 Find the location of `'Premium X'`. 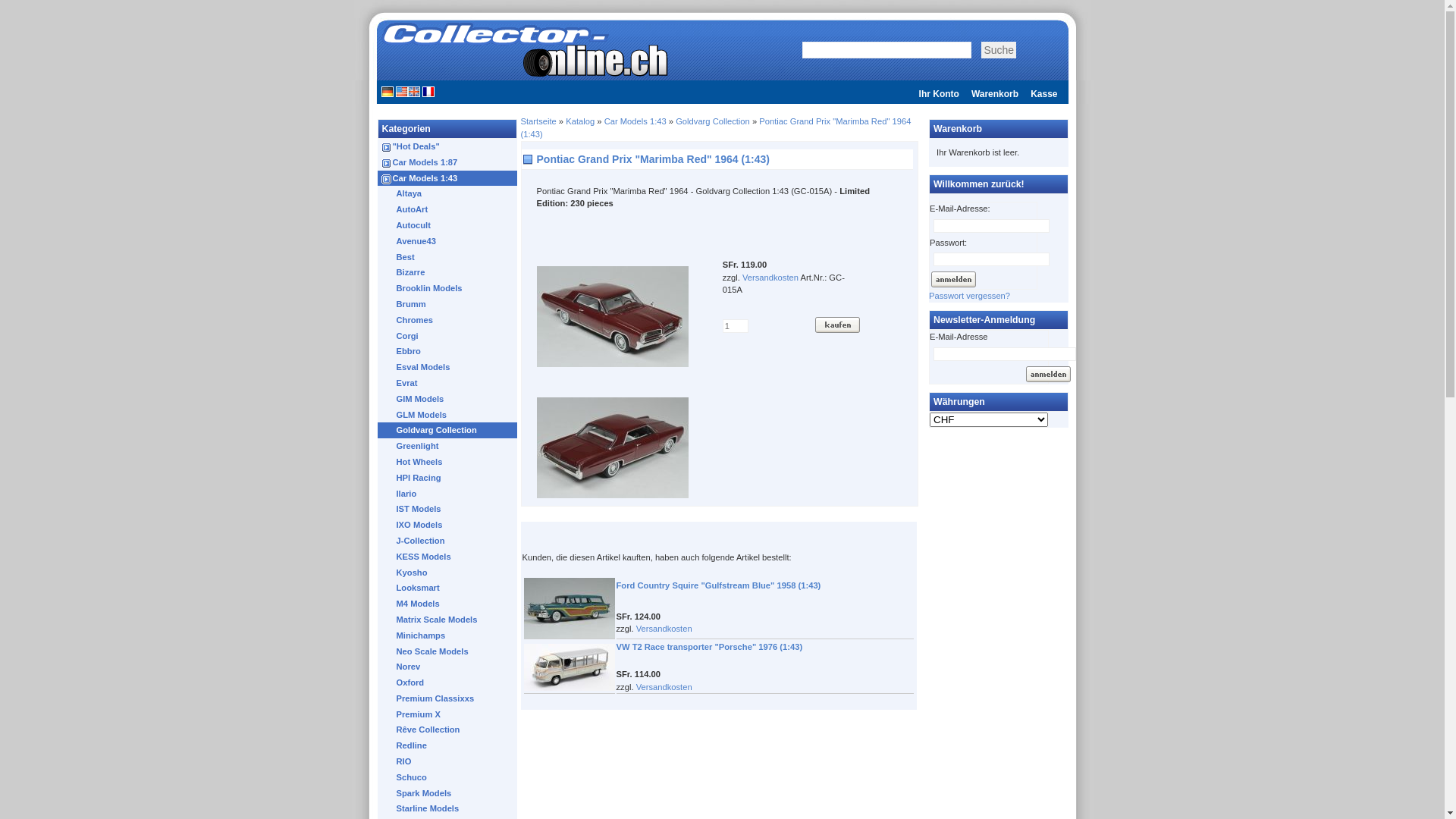

'Premium X' is located at coordinates (449, 714).